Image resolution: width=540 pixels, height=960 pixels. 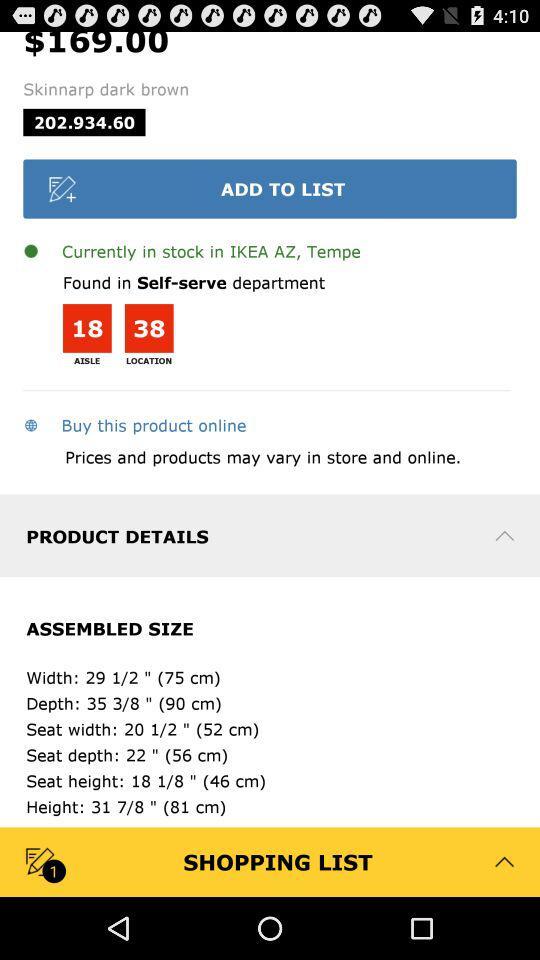 I want to click on blue text, so click(x=134, y=424).